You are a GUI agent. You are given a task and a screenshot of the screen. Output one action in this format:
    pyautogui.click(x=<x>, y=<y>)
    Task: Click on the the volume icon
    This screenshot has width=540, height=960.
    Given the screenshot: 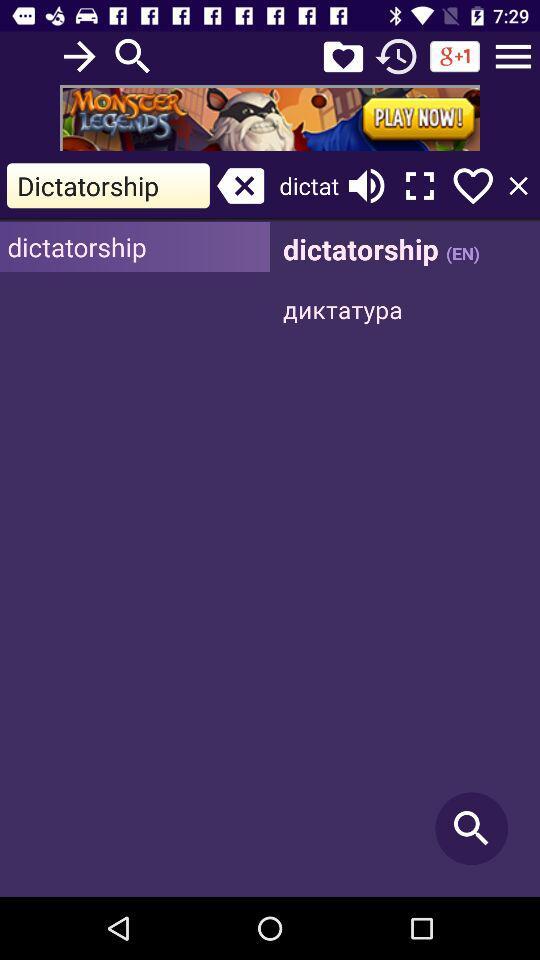 What is the action you would take?
    pyautogui.click(x=365, y=185)
    